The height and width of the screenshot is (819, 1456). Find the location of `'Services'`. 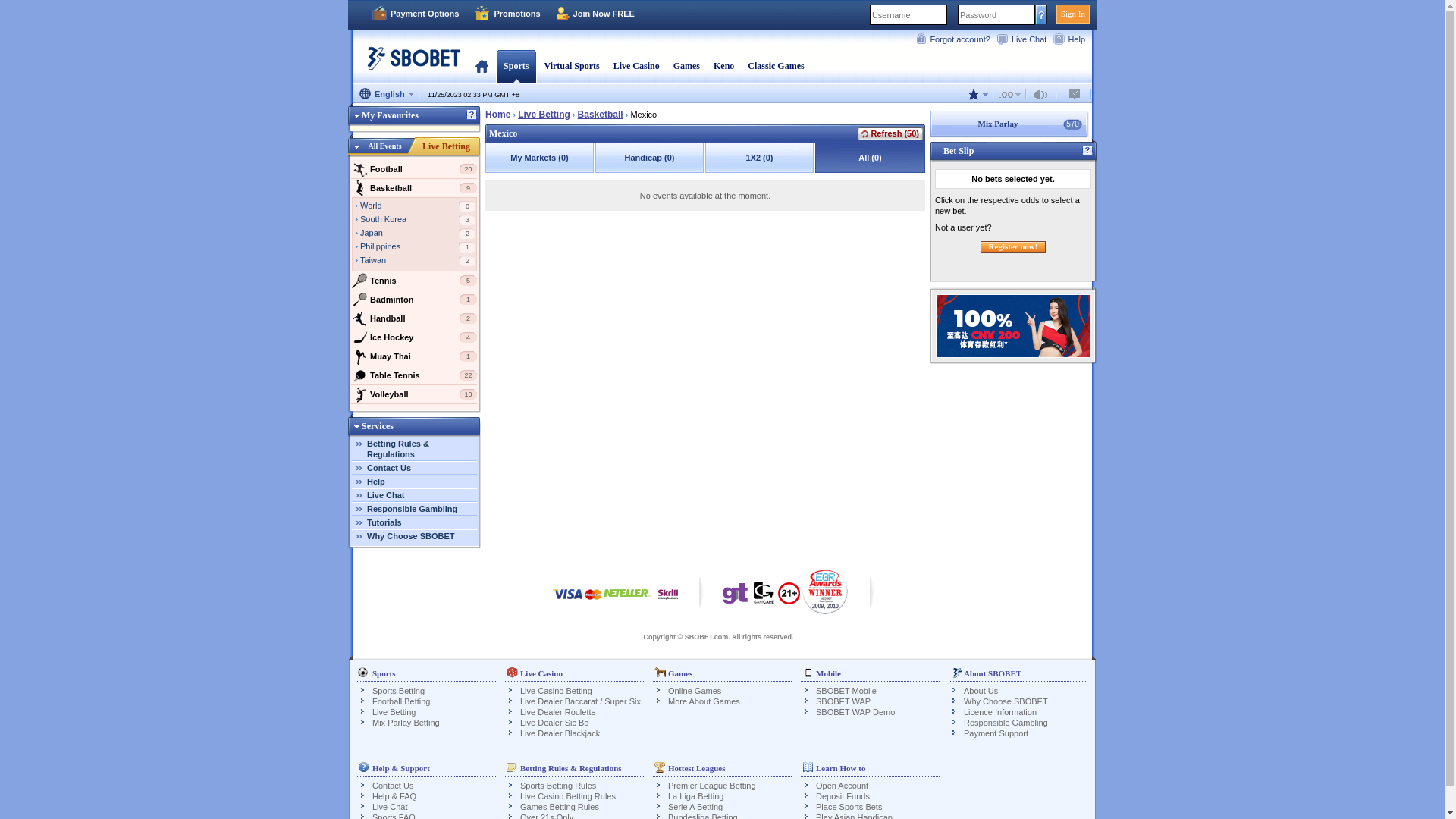

'Services' is located at coordinates (371, 426).